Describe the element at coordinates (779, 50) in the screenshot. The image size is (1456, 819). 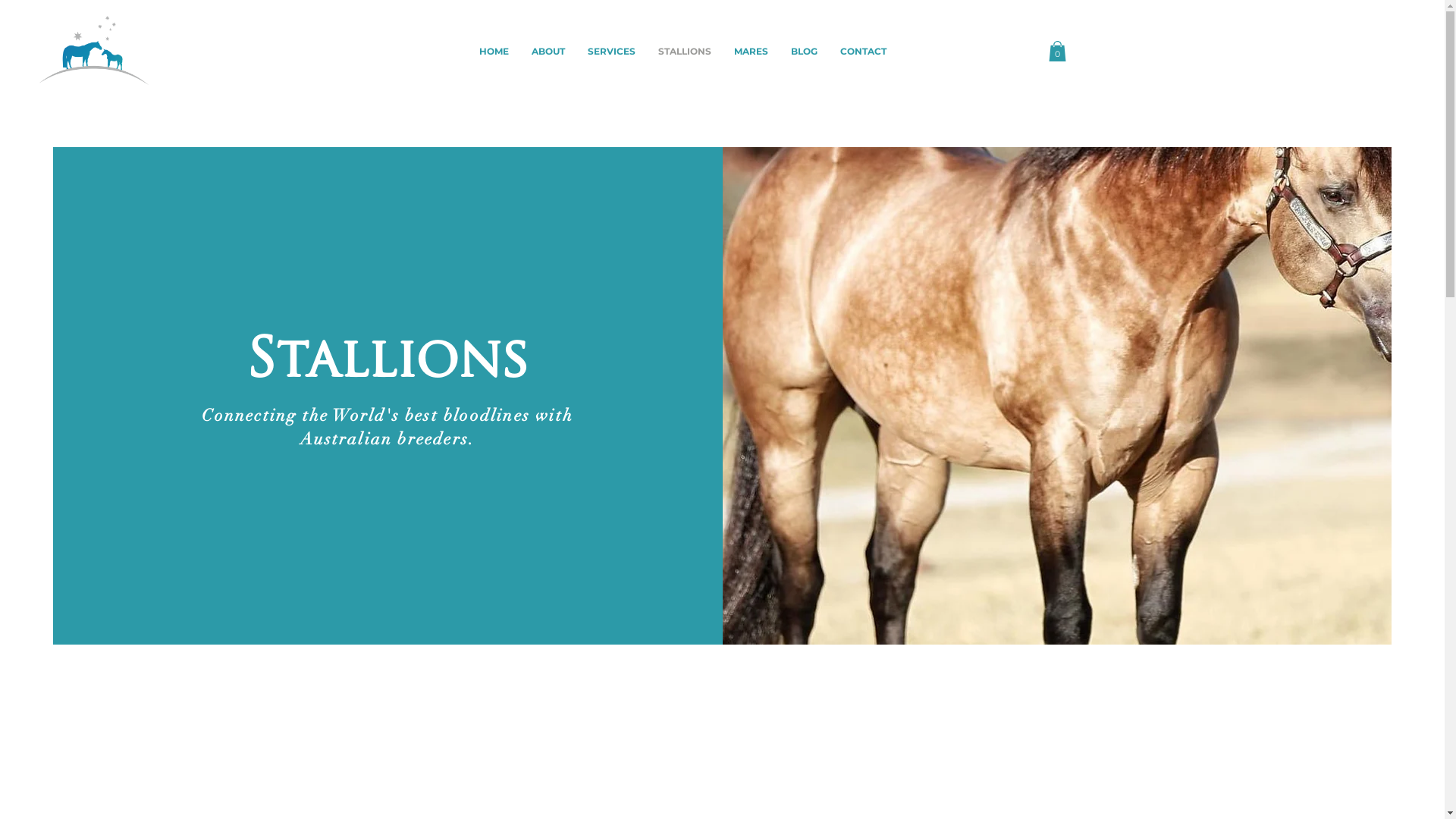
I see `'BLOG'` at that location.